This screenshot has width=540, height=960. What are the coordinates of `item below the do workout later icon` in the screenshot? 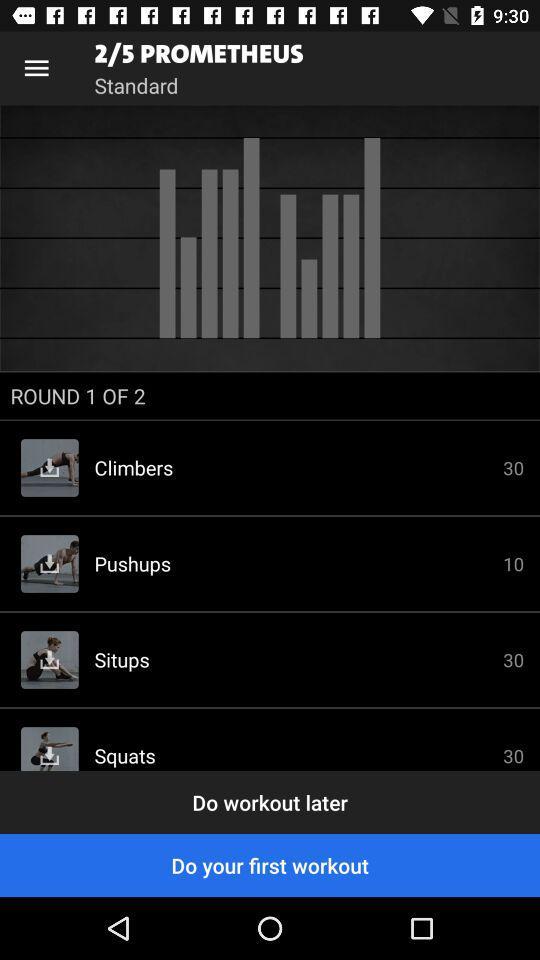 It's located at (270, 864).